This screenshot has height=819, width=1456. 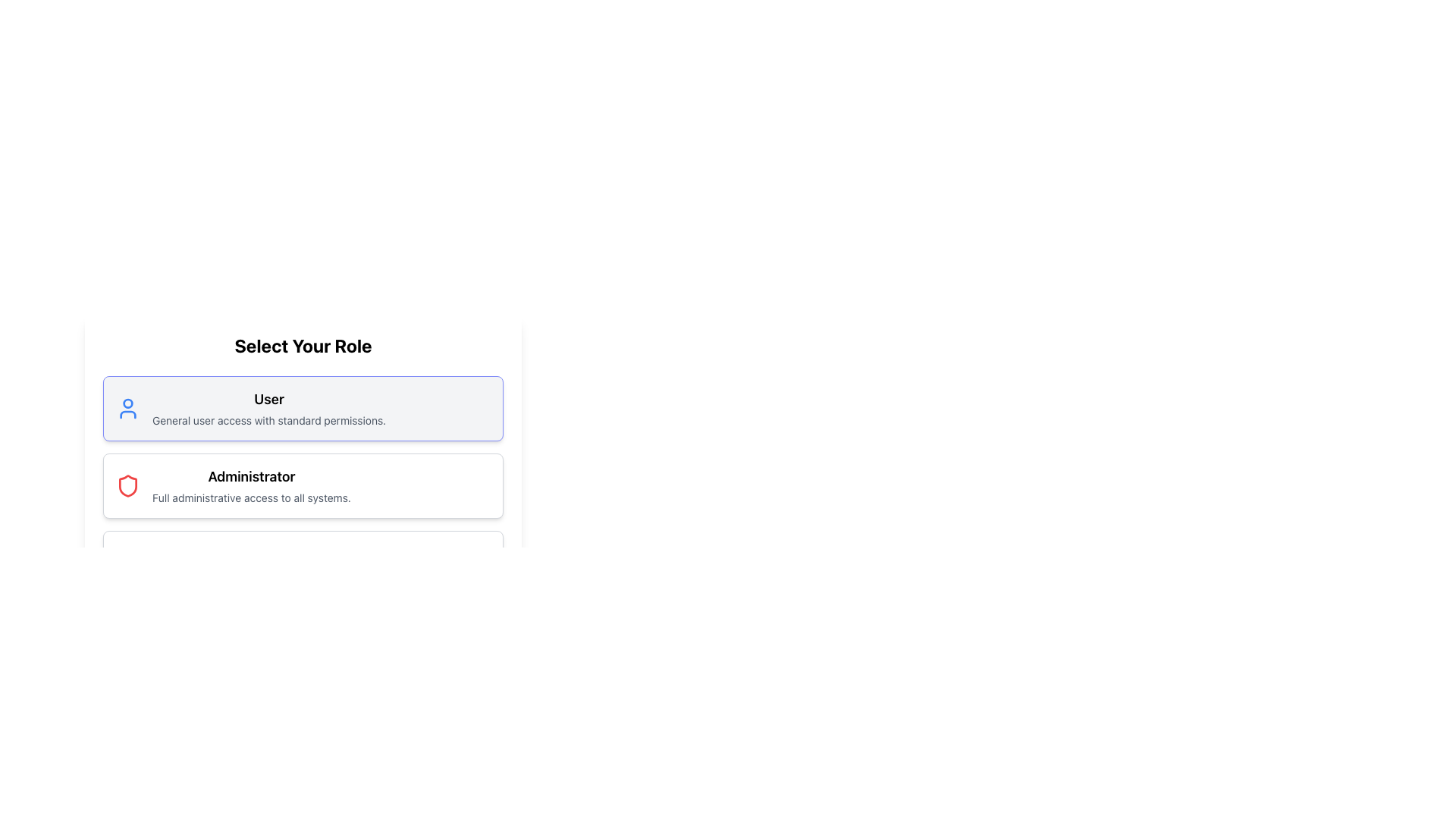 I want to click on the upper circle of the user profile icon in the 'Select Your Role' section, so click(x=127, y=403).